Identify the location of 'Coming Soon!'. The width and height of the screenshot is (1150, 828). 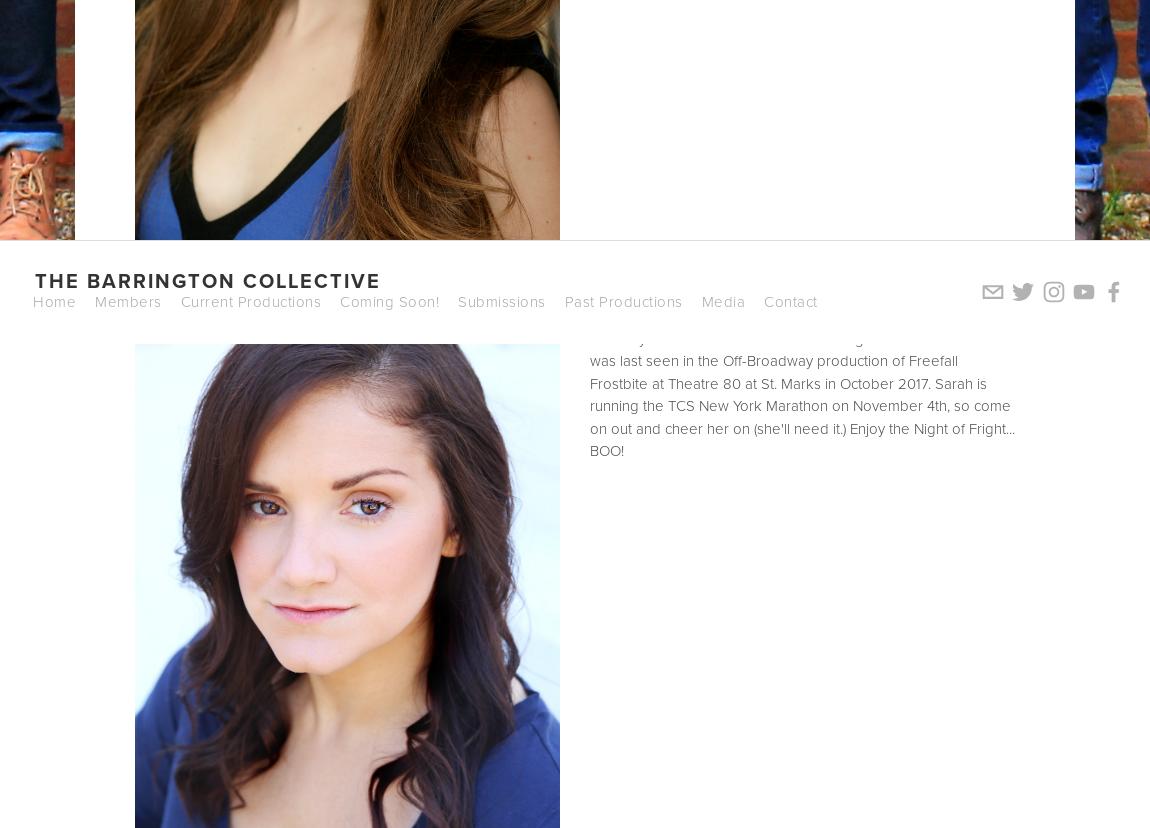
(389, 300).